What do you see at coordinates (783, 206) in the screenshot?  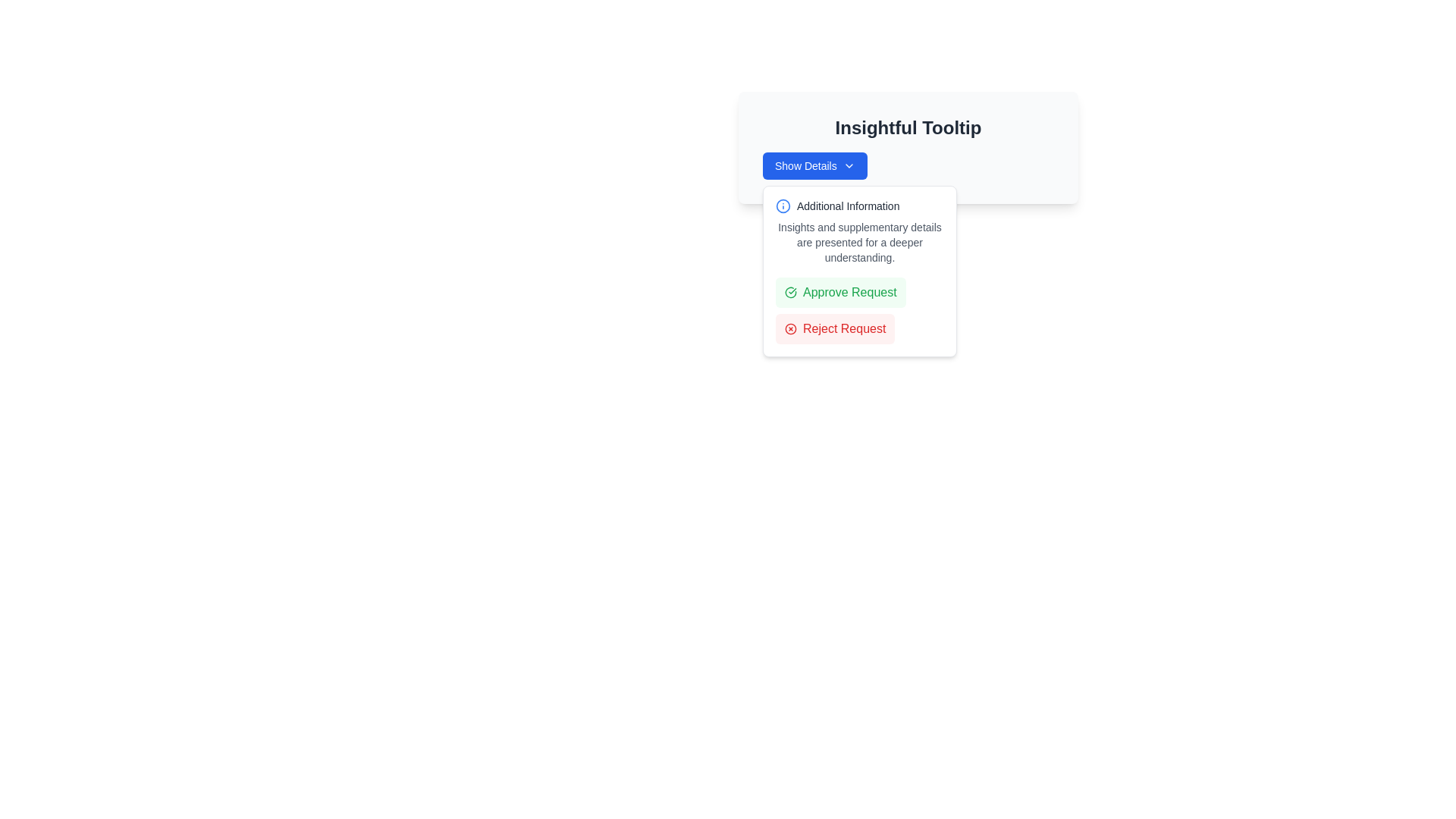 I see `the information icon with a circular blue outline and 'i' symbol located at the top left corner of the 'Additional Information' content box` at bounding box center [783, 206].